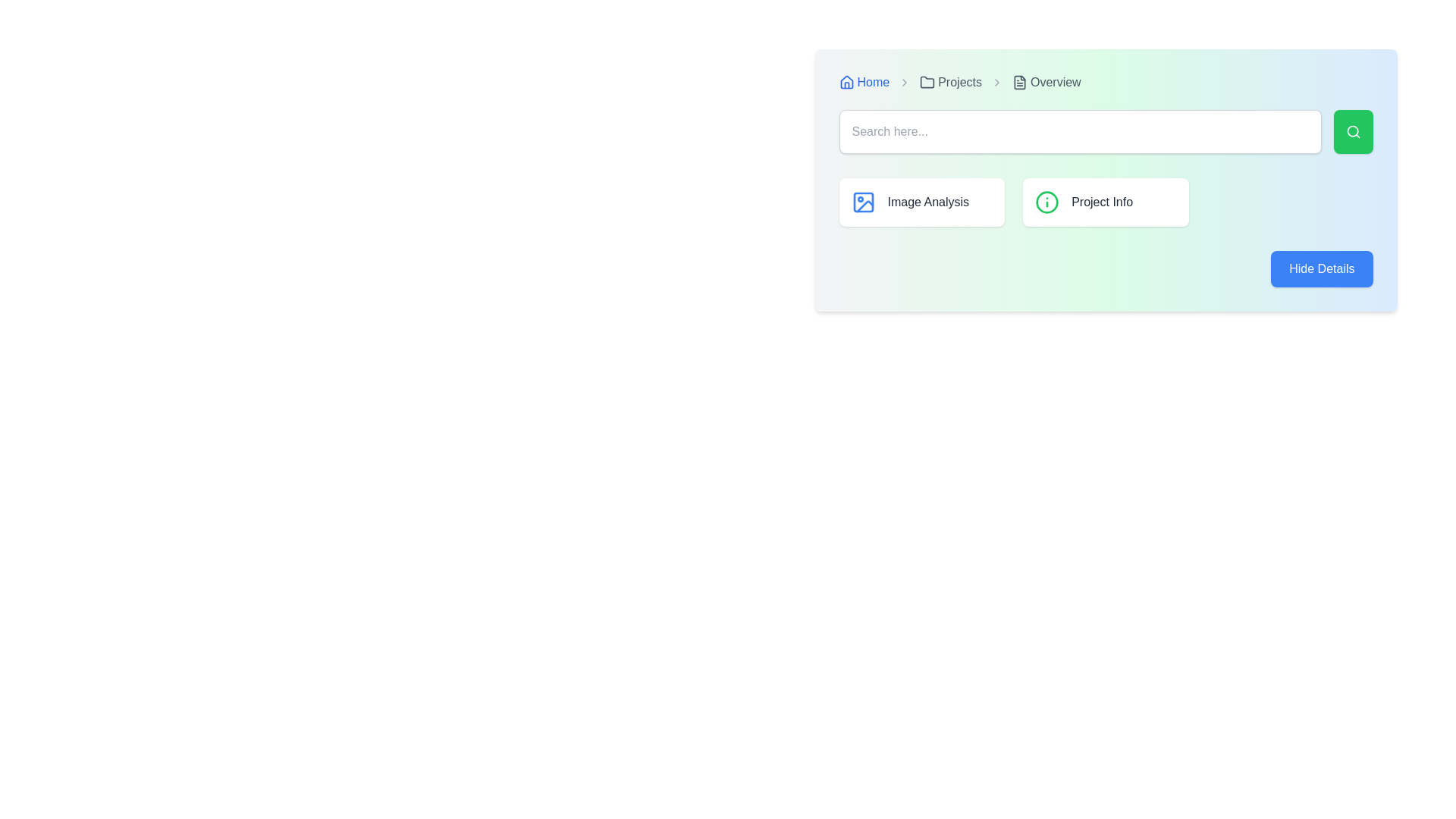 Image resolution: width=1456 pixels, height=819 pixels. What do you see at coordinates (846, 82) in the screenshot?
I see `the 'Home' icon in the breadcrumb navigation bar` at bounding box center [846, 82].